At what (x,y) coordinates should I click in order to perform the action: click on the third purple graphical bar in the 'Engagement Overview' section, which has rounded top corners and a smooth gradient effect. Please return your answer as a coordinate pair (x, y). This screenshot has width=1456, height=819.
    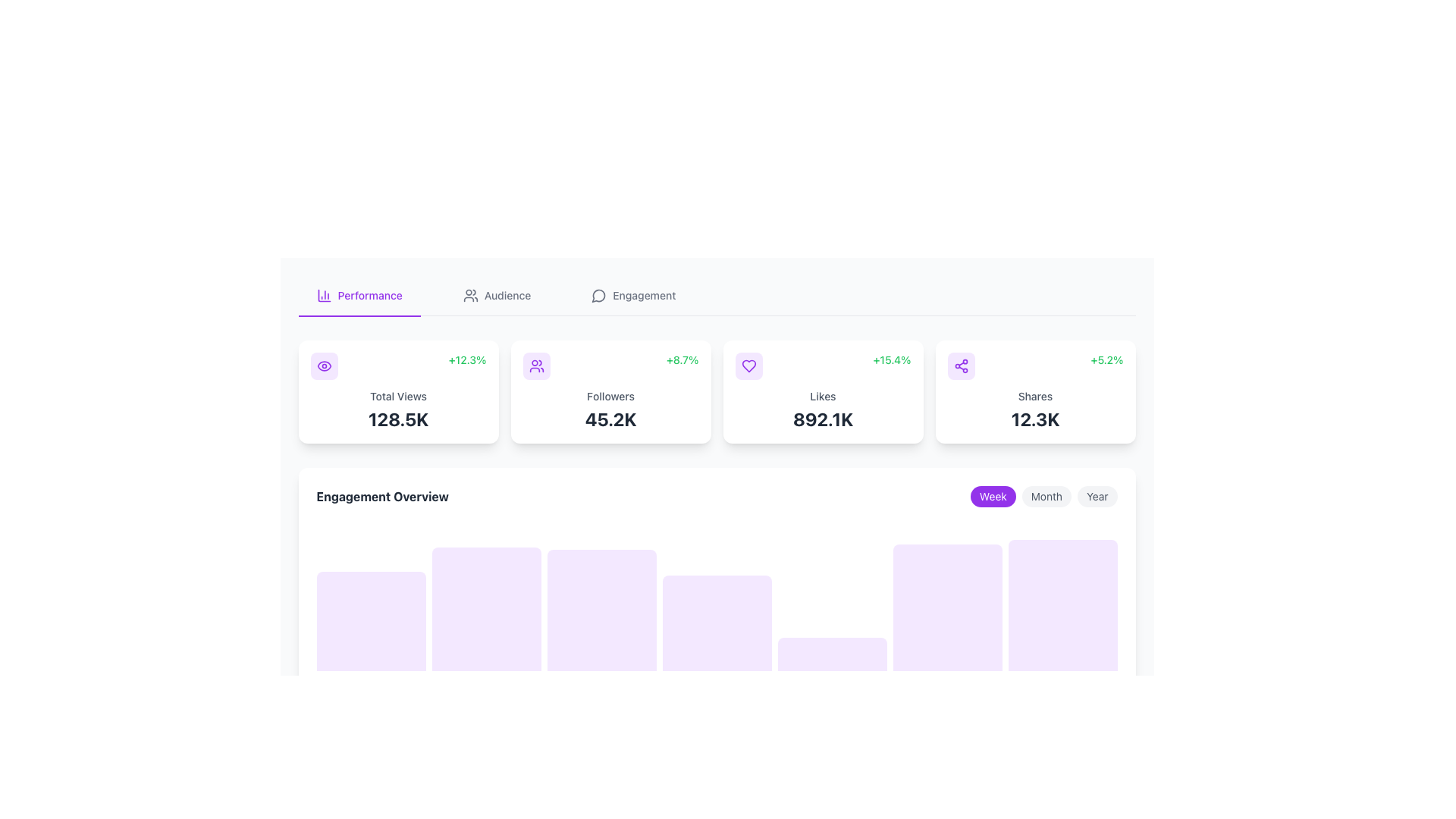
    Looking at the image, I should click on (601, 610).